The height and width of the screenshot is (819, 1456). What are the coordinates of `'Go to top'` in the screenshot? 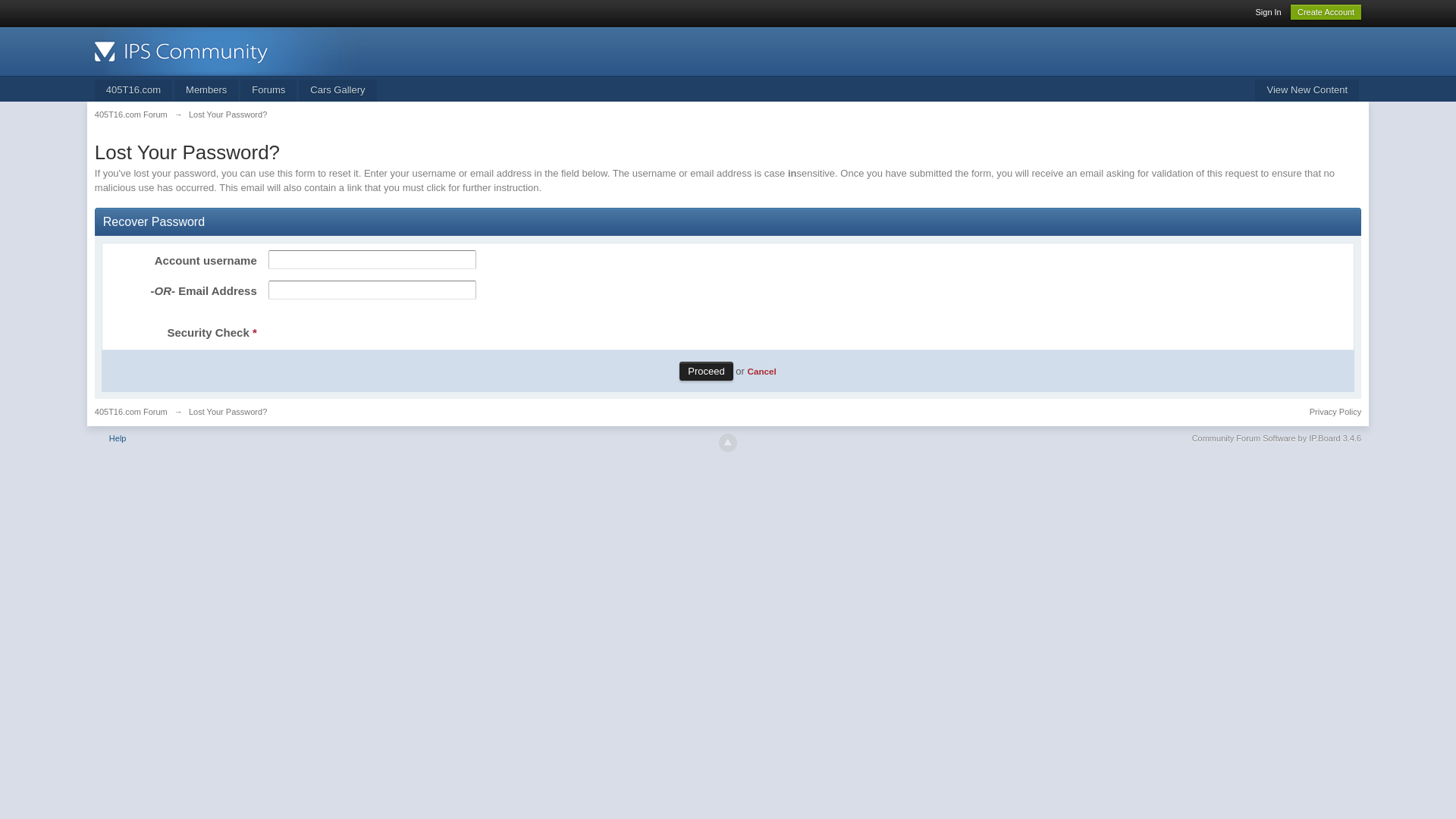 It's located at (728, 442).